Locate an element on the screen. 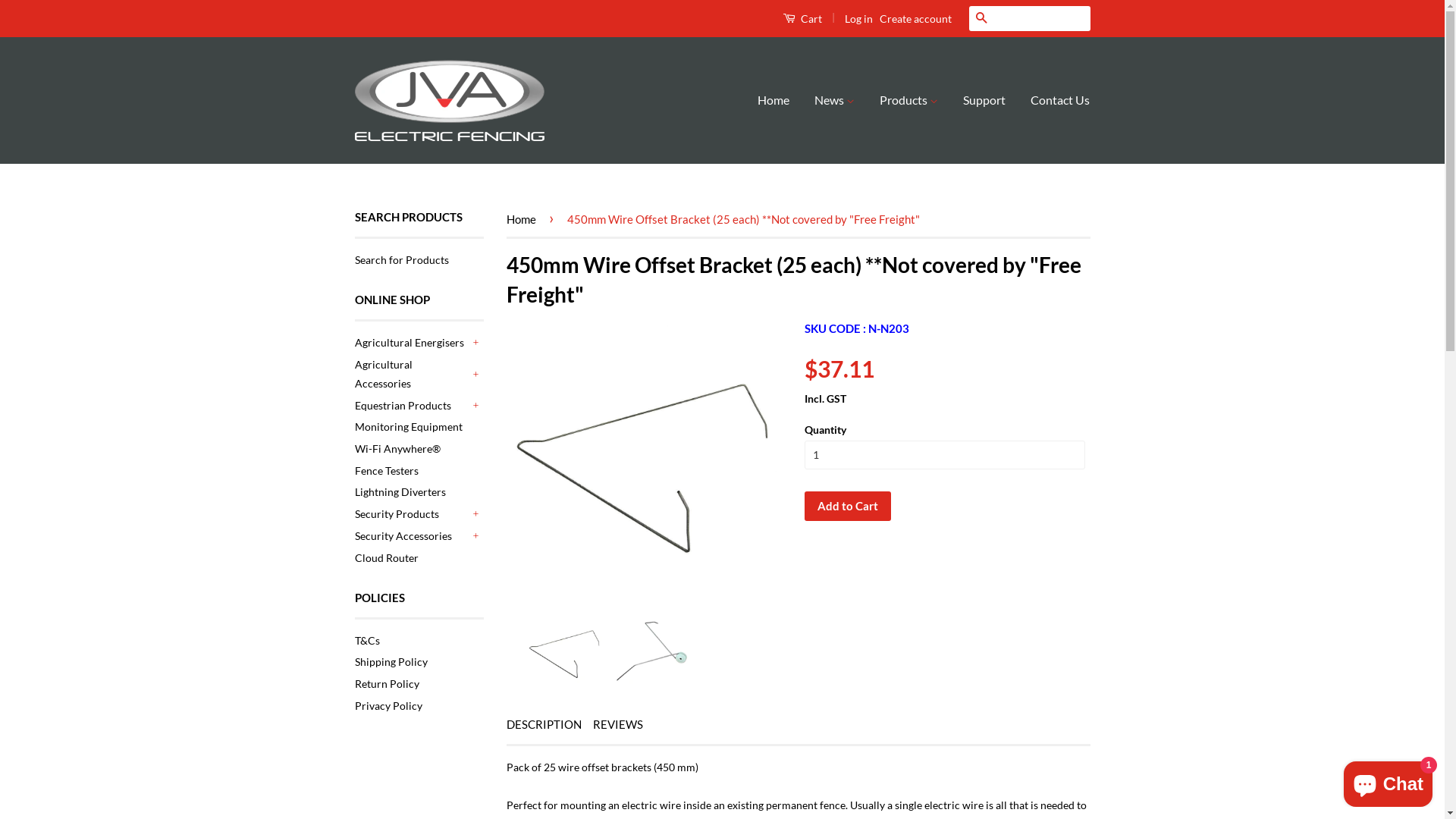  'Lightning Diverters' is located at coordinates (353, 491).